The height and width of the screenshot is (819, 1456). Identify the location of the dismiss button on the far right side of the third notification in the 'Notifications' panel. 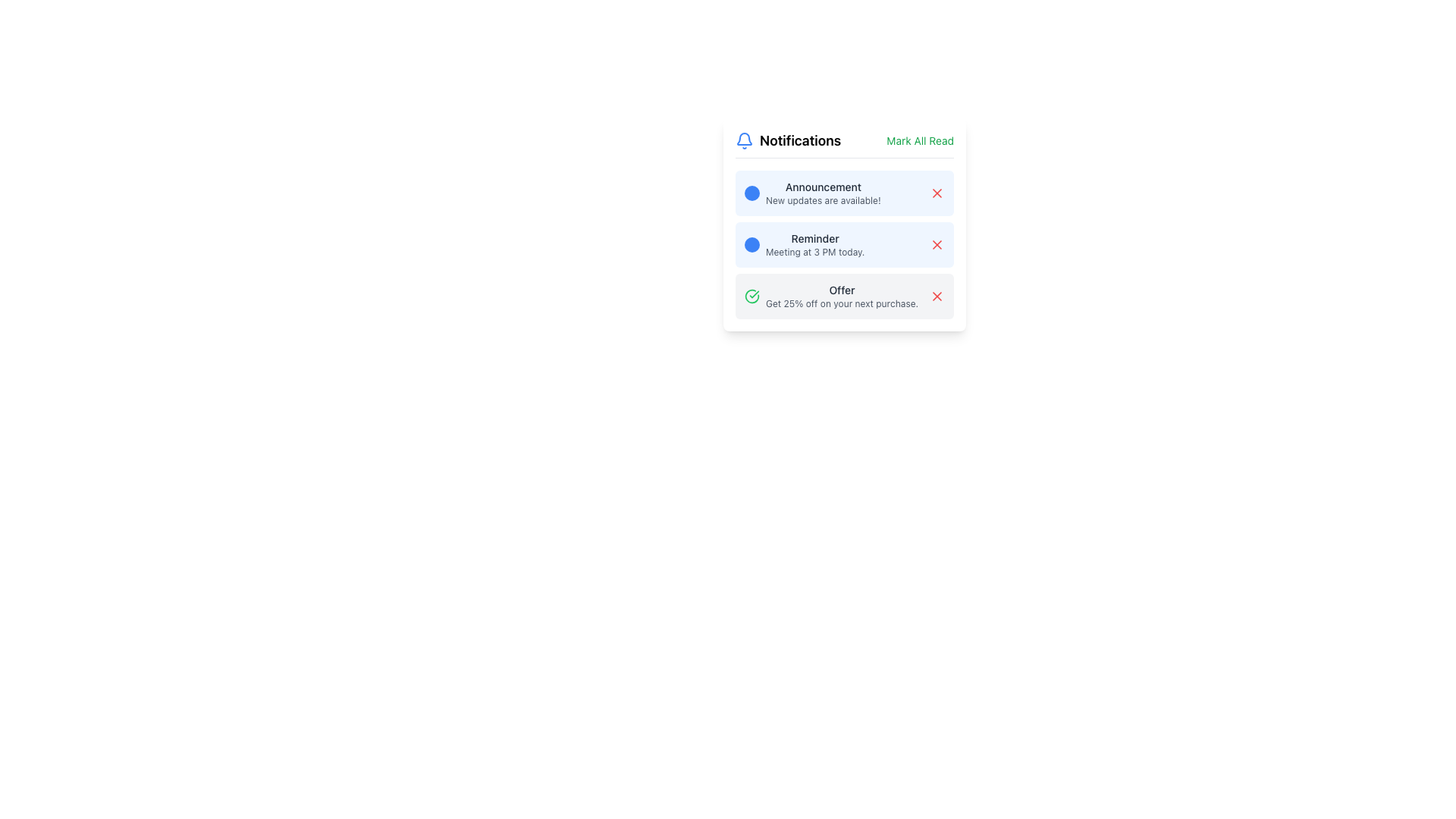
(937, 296).